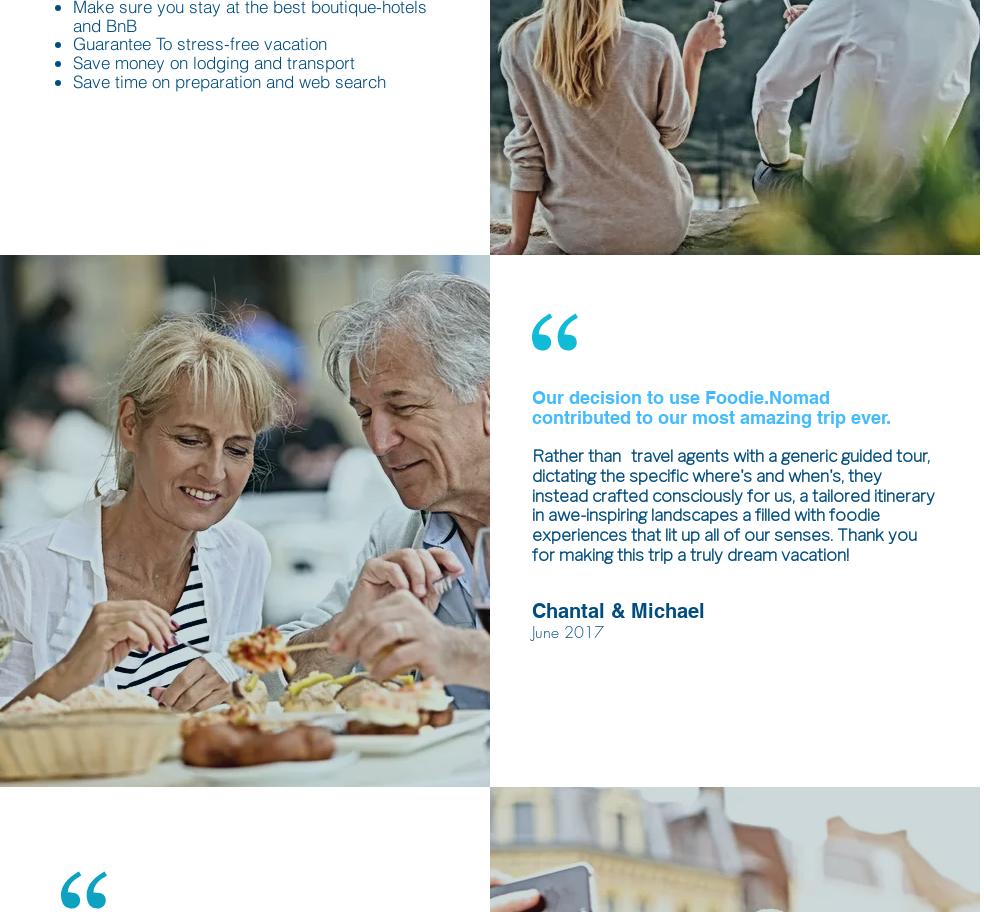 The image size is (984, 912). Describe the element at coordinates (302, 61) in the screenshot. I see `'and transport'` at that location.